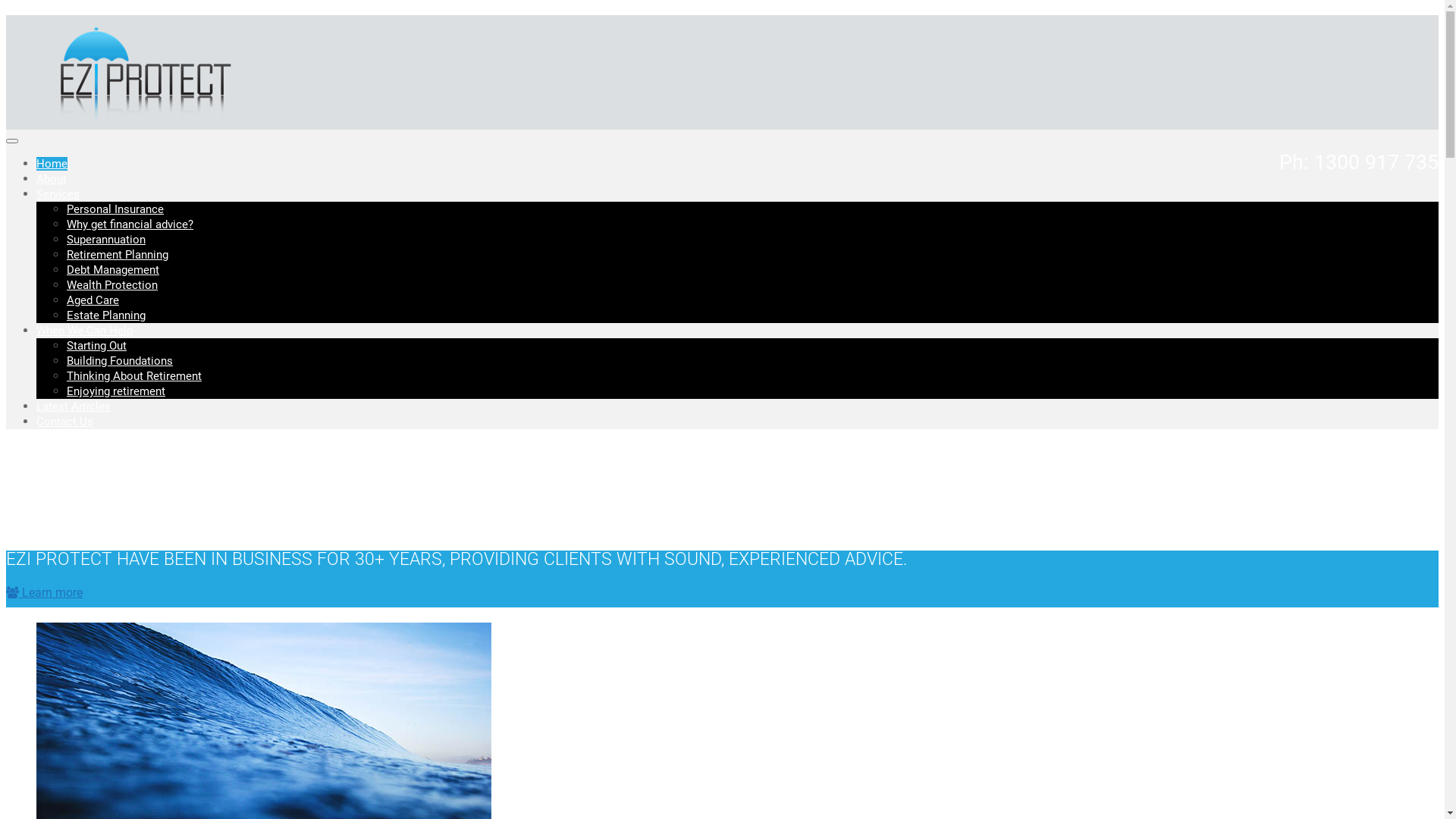 The image size is (1456, 819). I want to click on 'Contact Us', so click(36, 421).